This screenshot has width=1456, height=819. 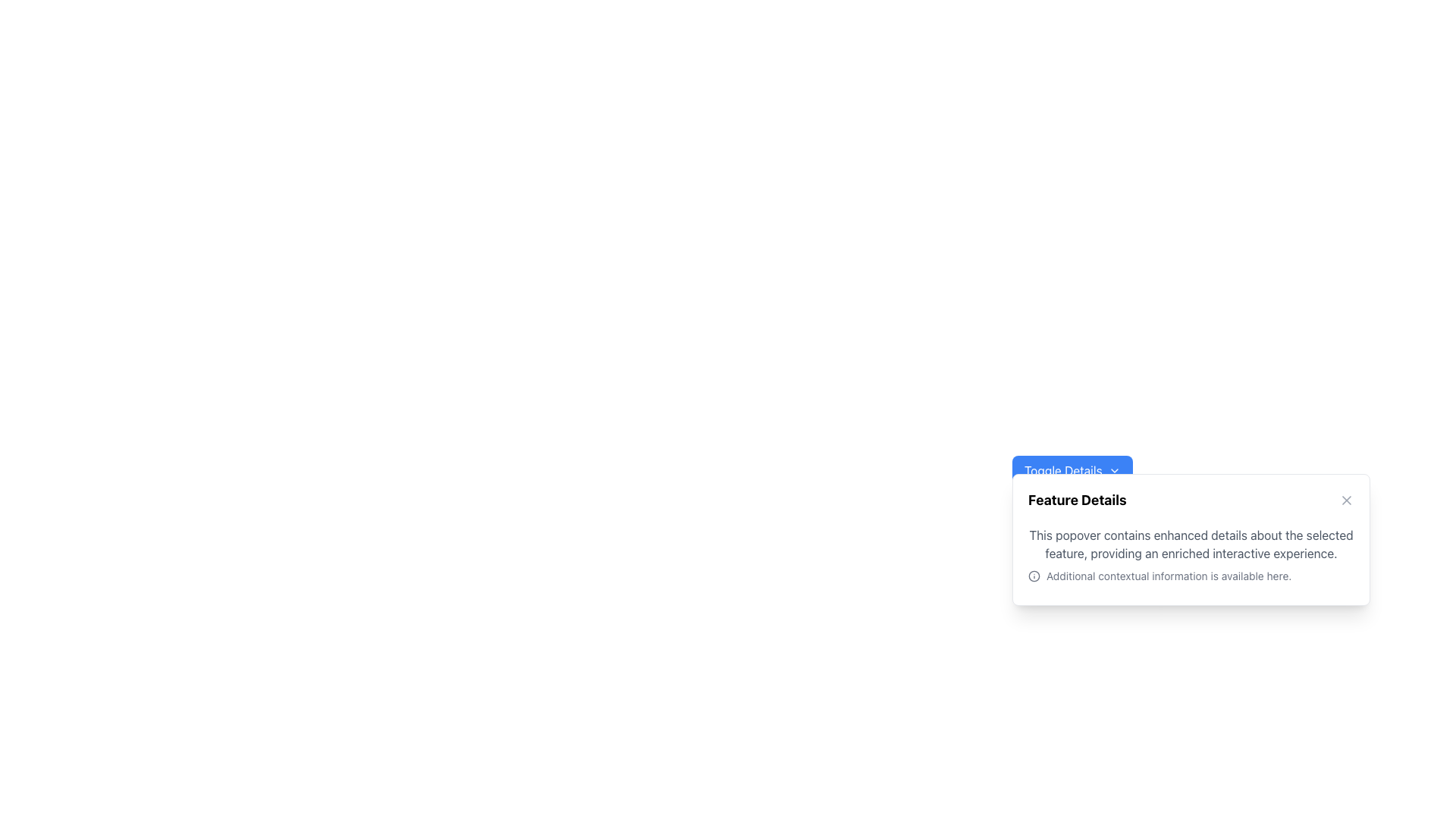 What do you see at coordinates (1114, 470) in the screenshot?
I see `the downward-facing chevron icon within the blue button labeled 'Toggle Details'` at bounding box center [1114, 470].